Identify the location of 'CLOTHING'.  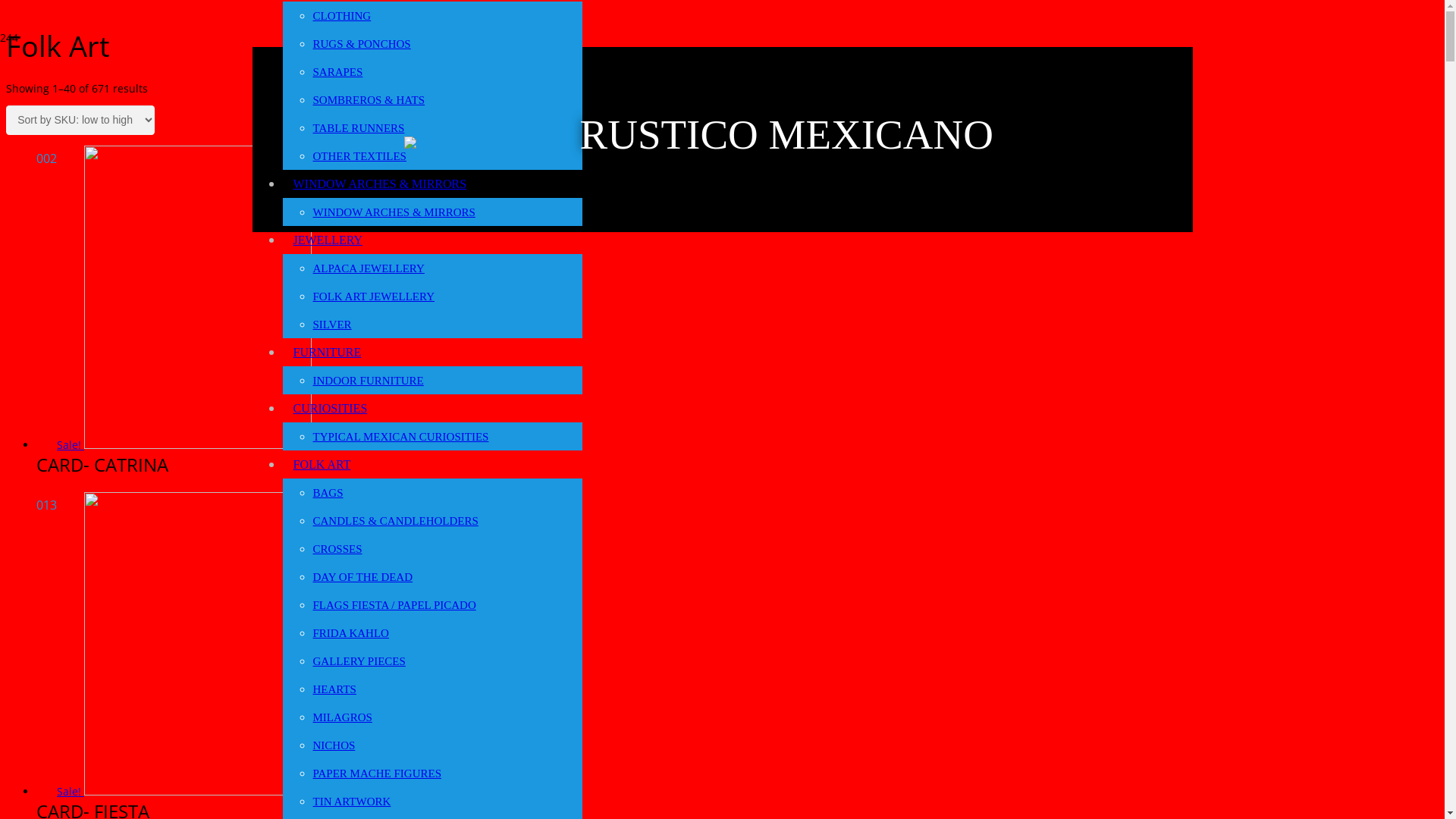
(340, 15).